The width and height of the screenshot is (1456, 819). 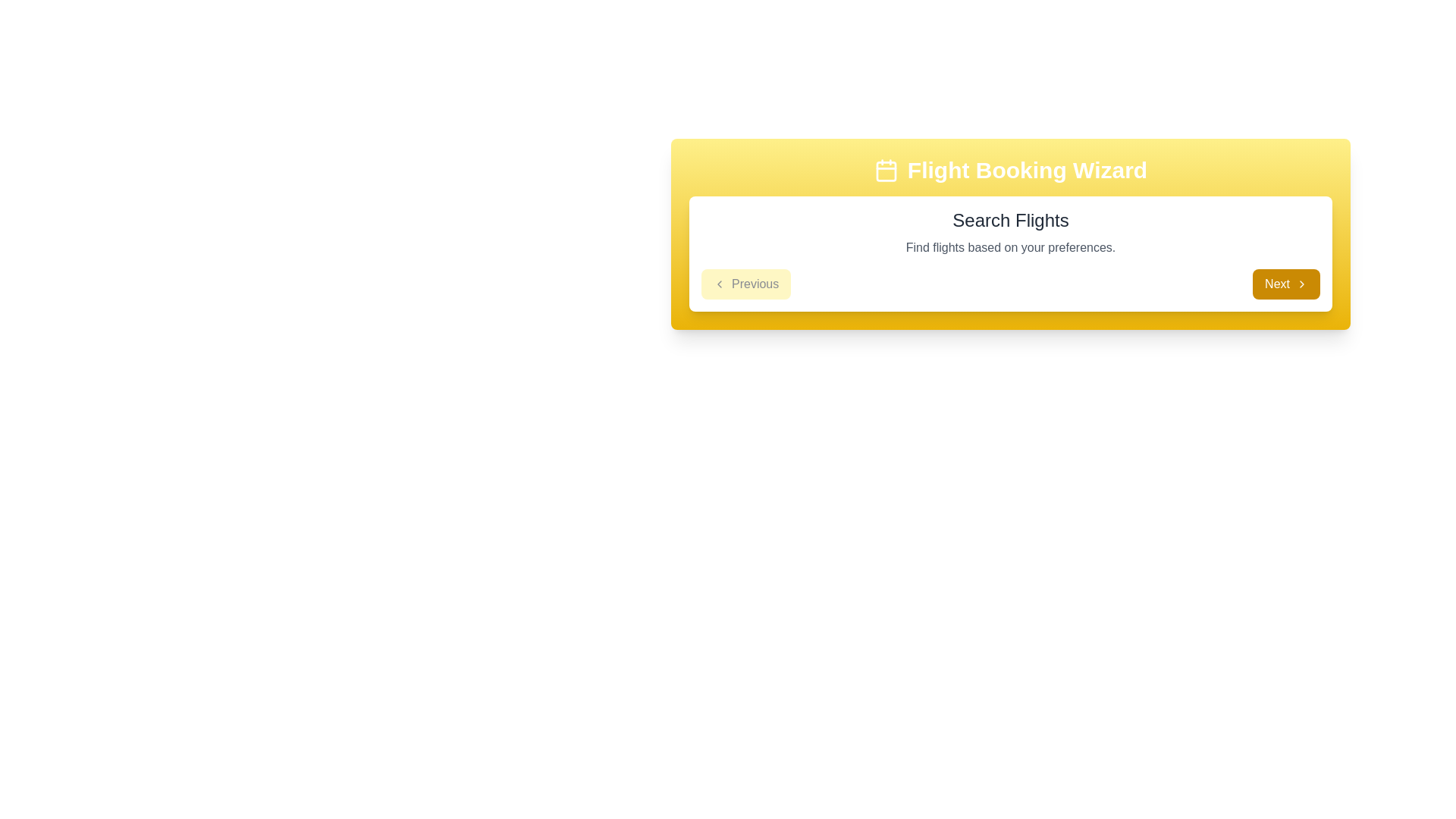 I want to click on the left-facing chevron icon located within the 'Previous' button on the bottom-left area of the yellow card in the 'Flight Booking Wizard' interface, so click(x=719, y=284).